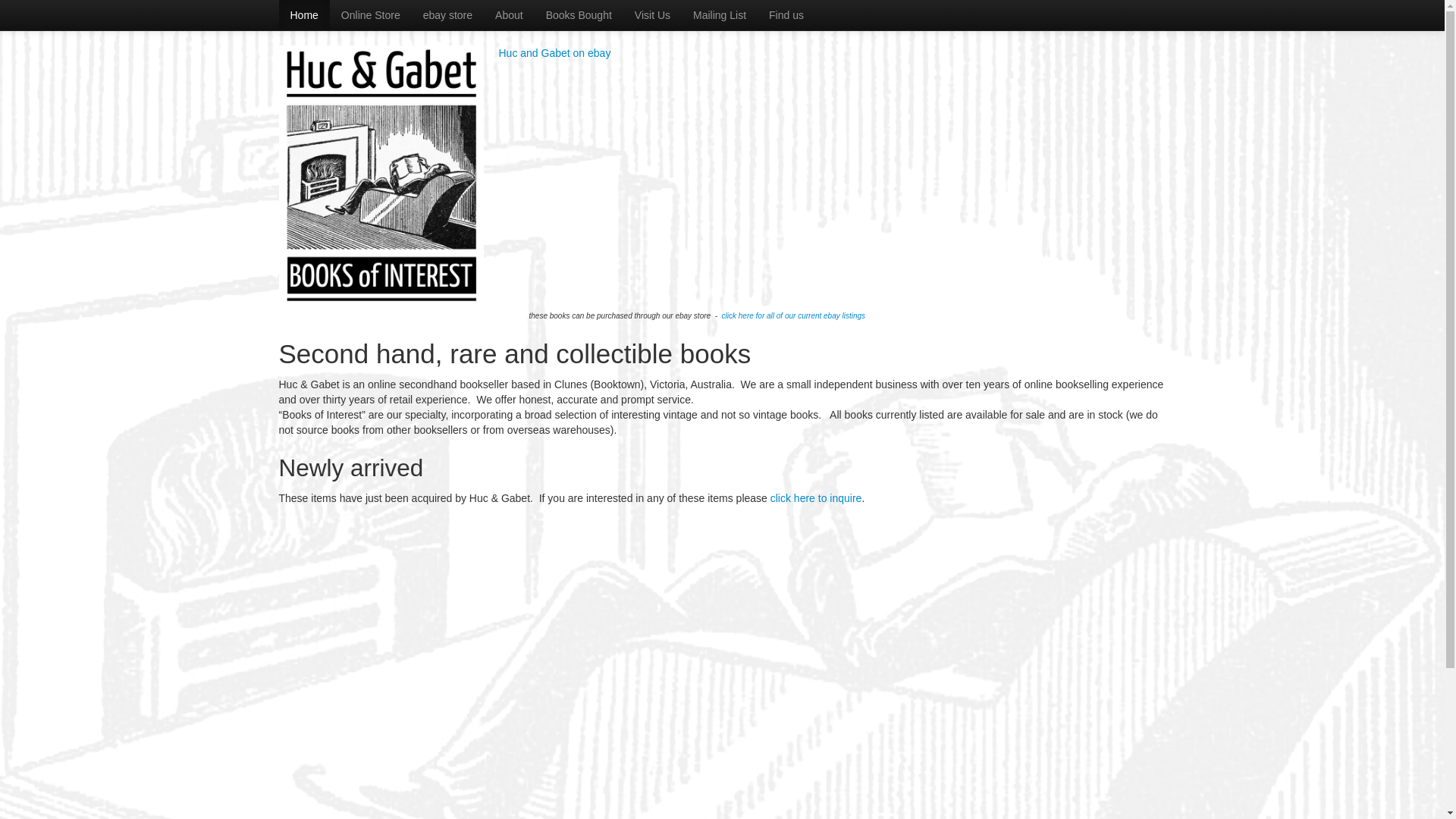 This screenshot has height=819, width=1456. I want to click on 'Home', so click(303, 14).